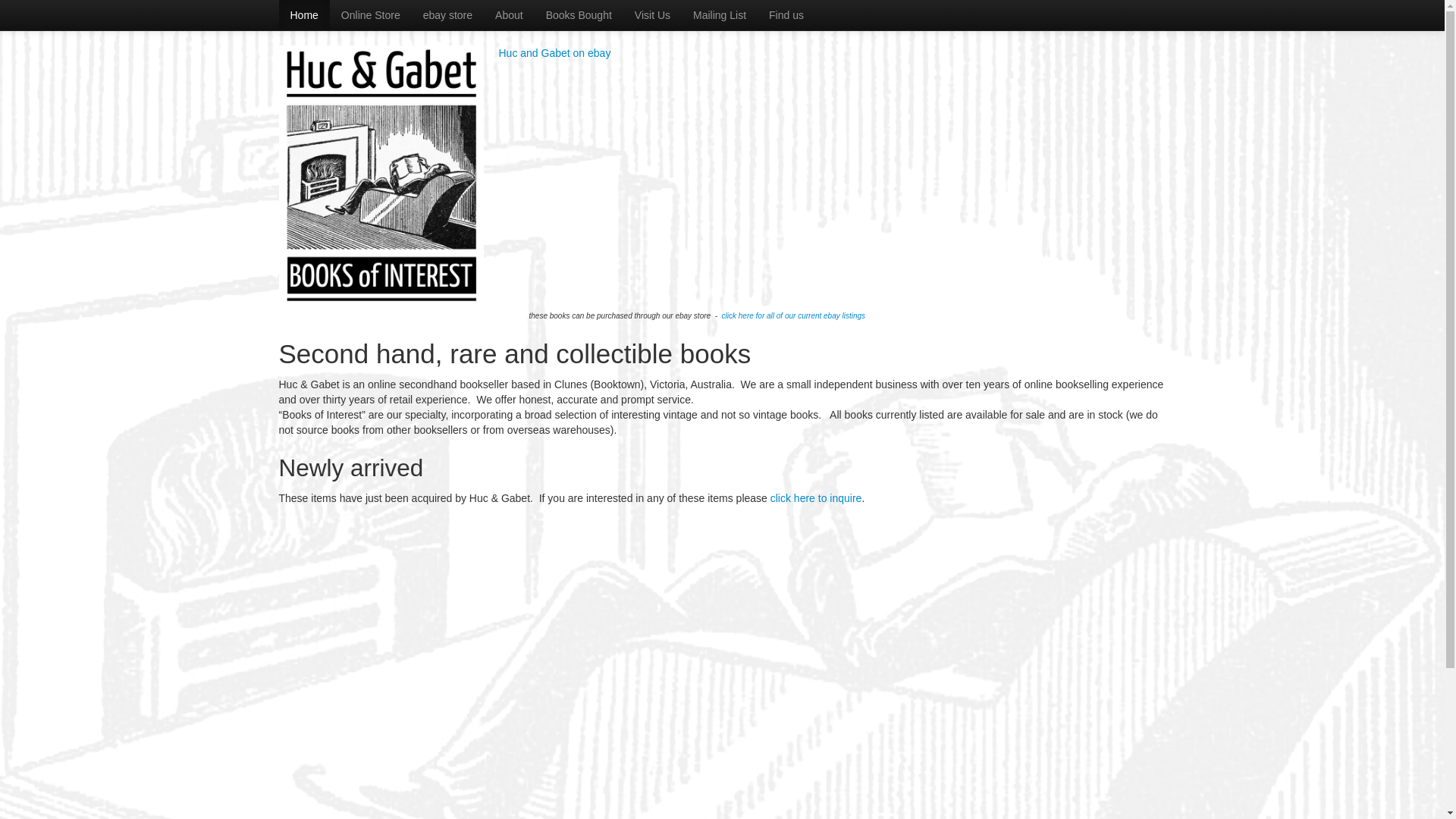 This screenshot has height=819, width=1456. I want to click on 'Home', so click(303, 14).